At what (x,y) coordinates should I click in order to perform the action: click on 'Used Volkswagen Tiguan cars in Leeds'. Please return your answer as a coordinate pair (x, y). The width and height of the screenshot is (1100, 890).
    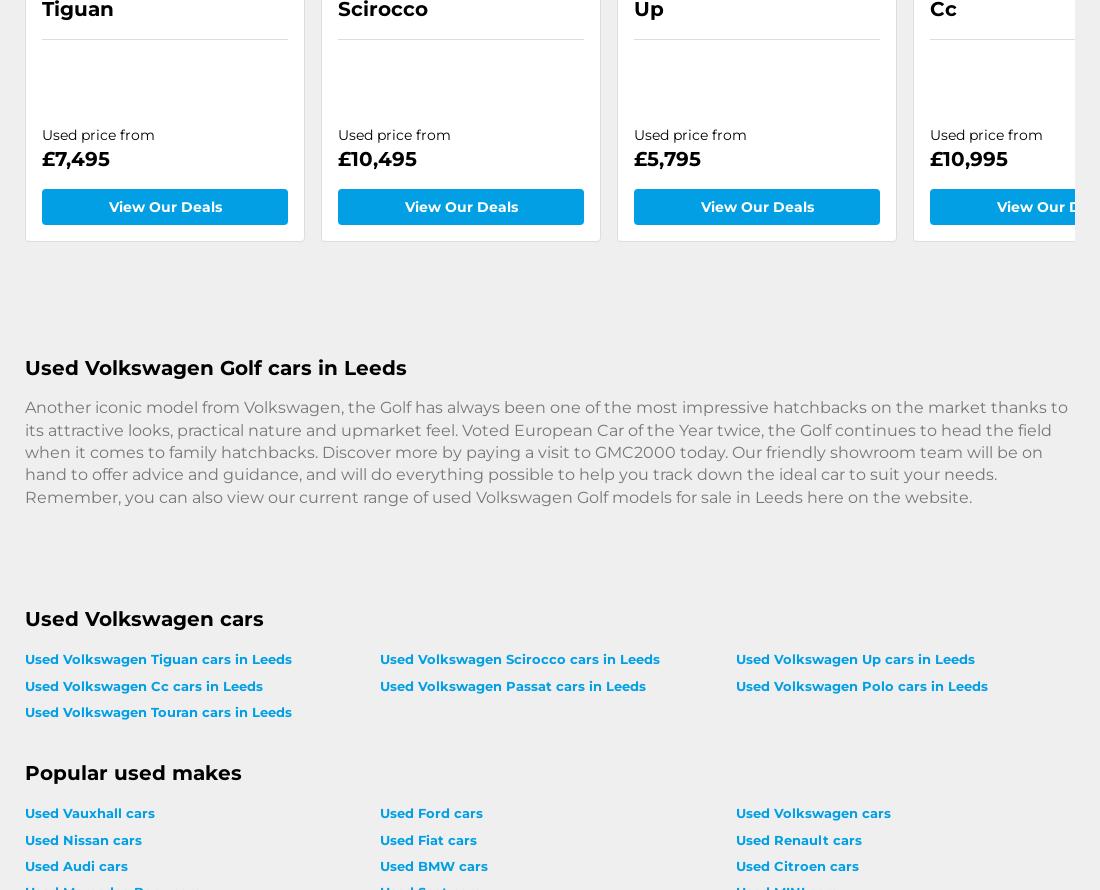
    Looking at the image, I should click on (23, 658).